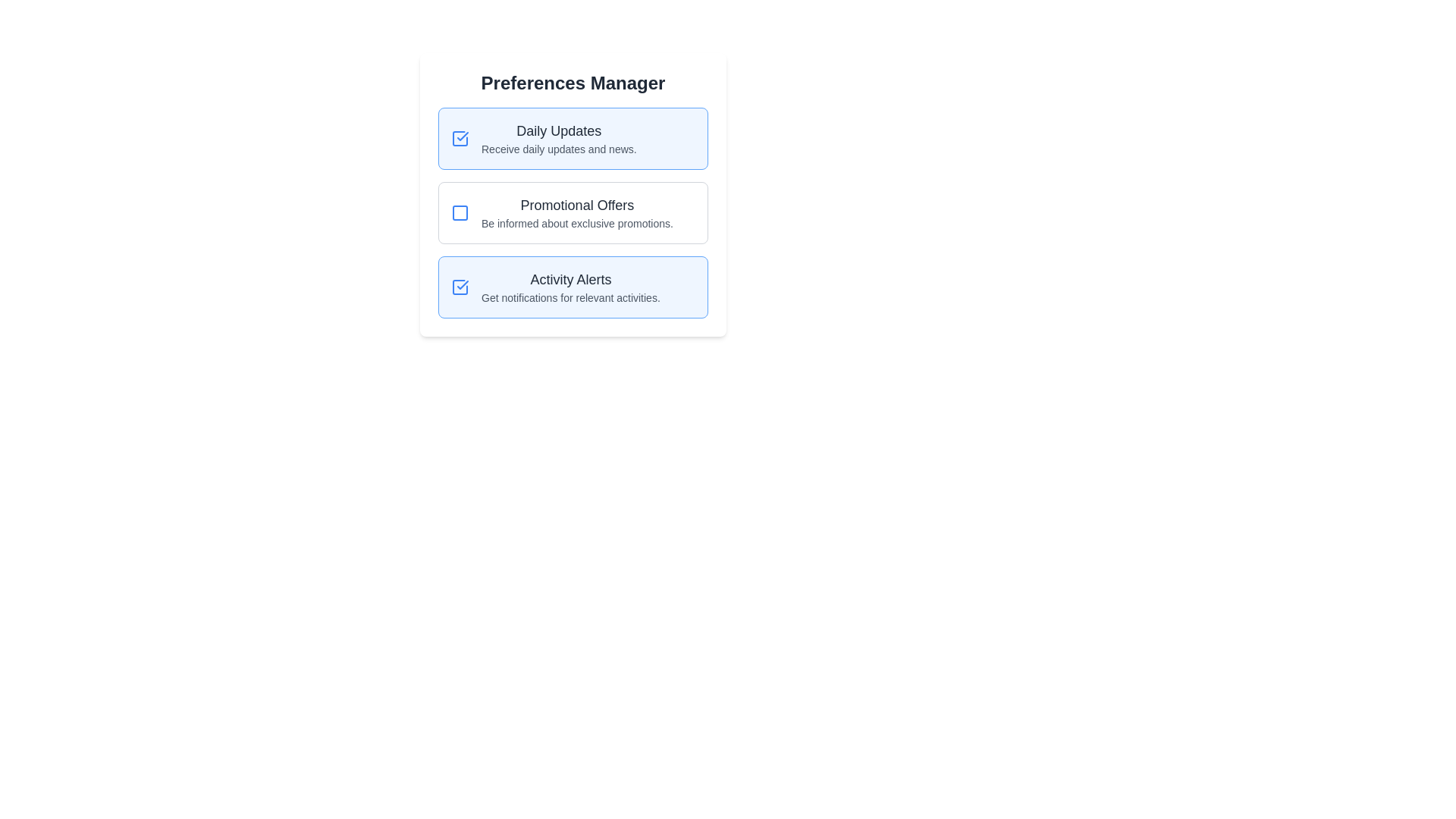 The image size is (1456, 819). Describe the element at coordinates (459, 138) in the screenshot. I see `the checkbox for toggling subscription status located in the 'Daily Updates' card` at that location.